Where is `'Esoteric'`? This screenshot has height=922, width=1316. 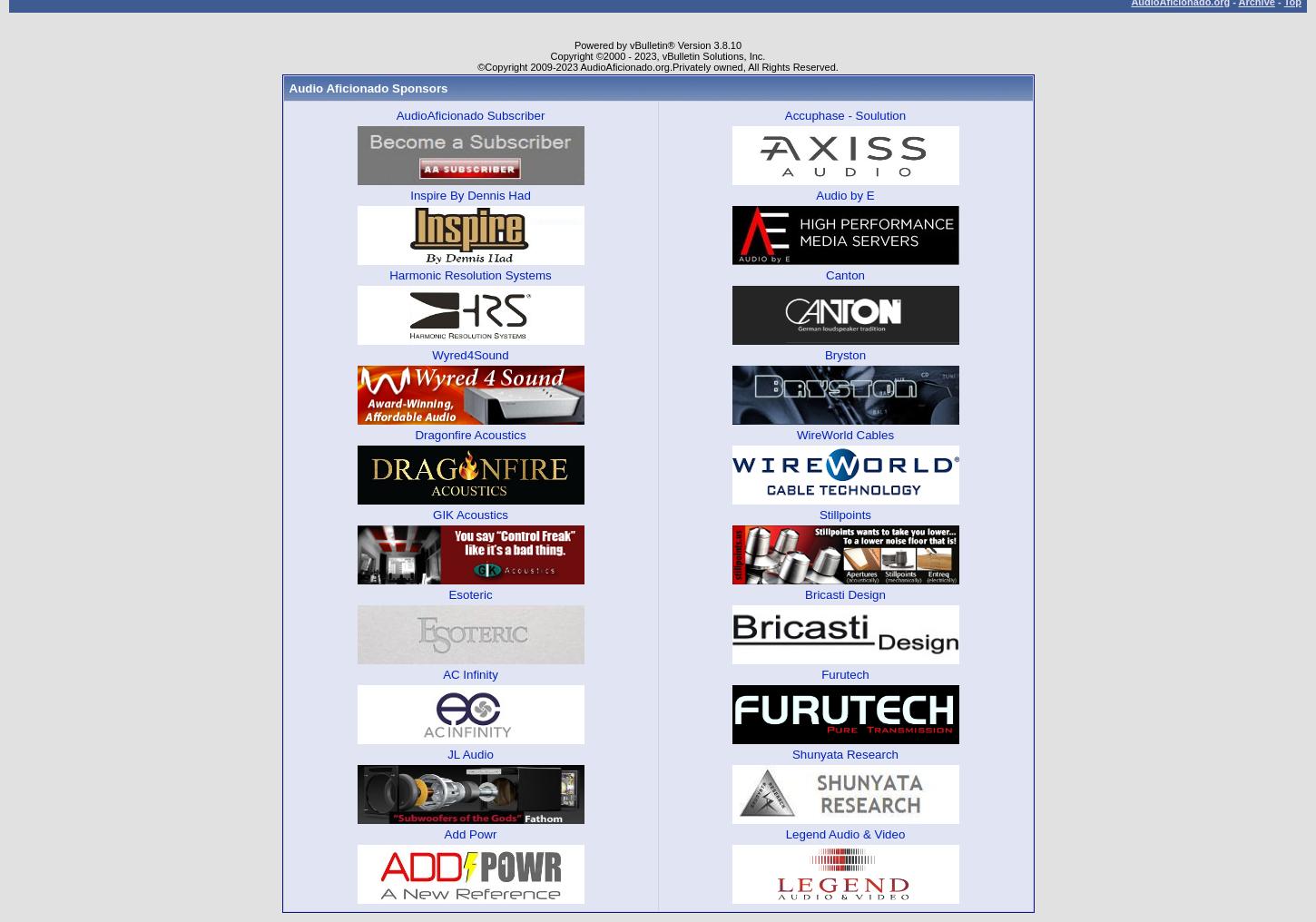
'Esoteric' is located at coordinates (469, 593).